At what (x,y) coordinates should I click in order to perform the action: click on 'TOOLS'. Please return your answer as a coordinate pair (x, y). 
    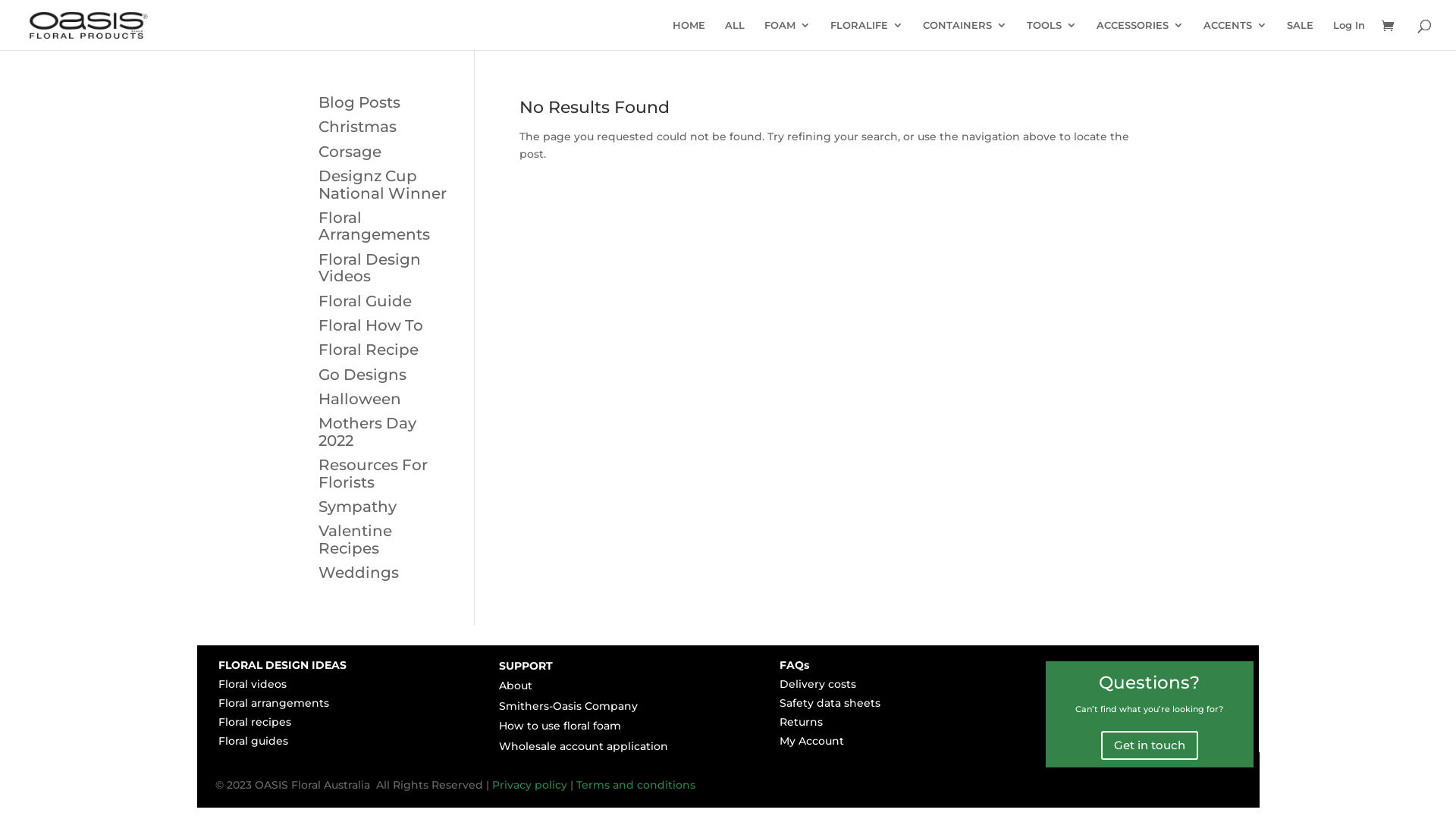
    Looking at the image, I should click on (1051, 34).